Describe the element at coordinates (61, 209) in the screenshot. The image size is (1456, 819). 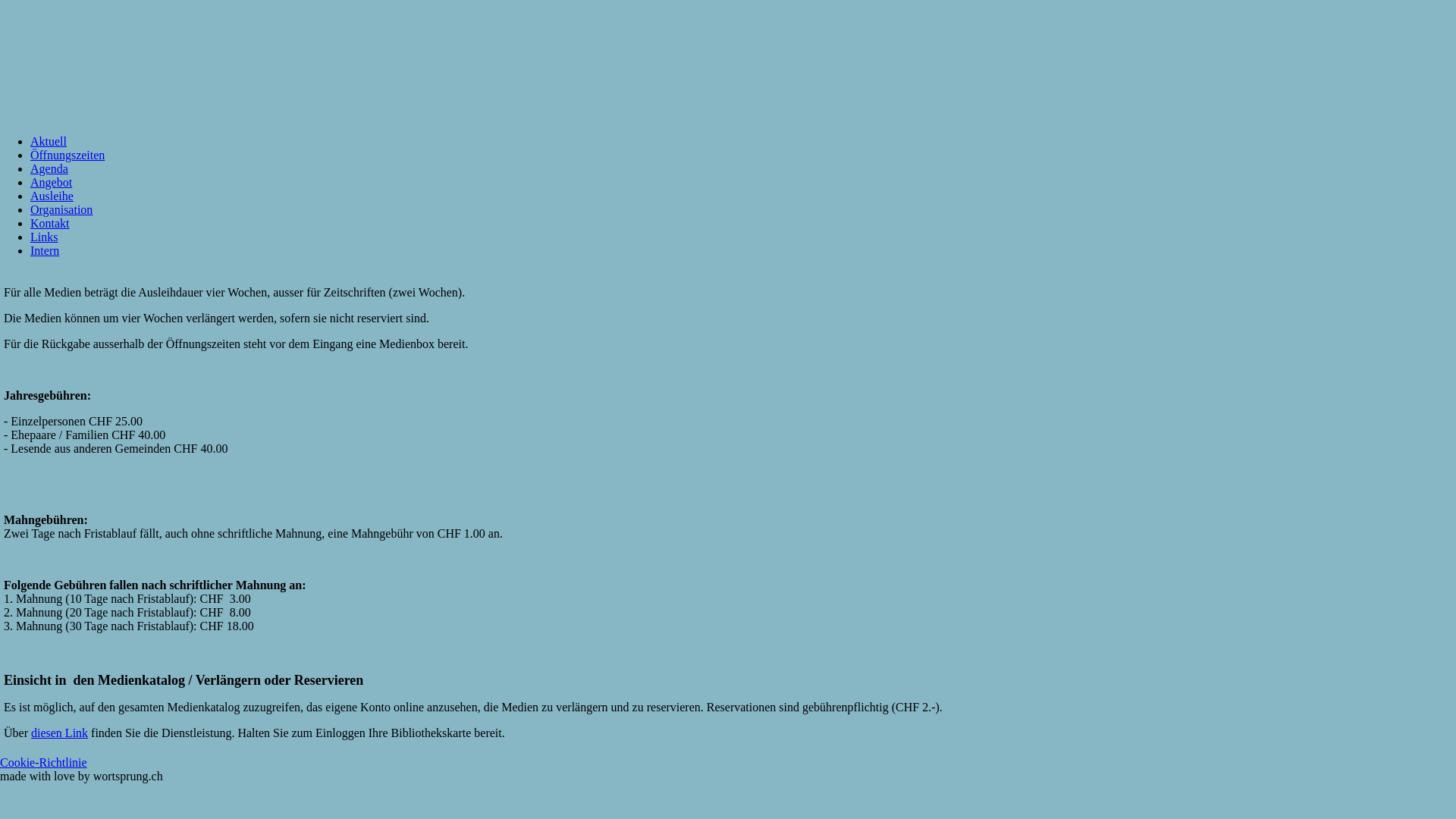
I see `'Organisation'` at that location.